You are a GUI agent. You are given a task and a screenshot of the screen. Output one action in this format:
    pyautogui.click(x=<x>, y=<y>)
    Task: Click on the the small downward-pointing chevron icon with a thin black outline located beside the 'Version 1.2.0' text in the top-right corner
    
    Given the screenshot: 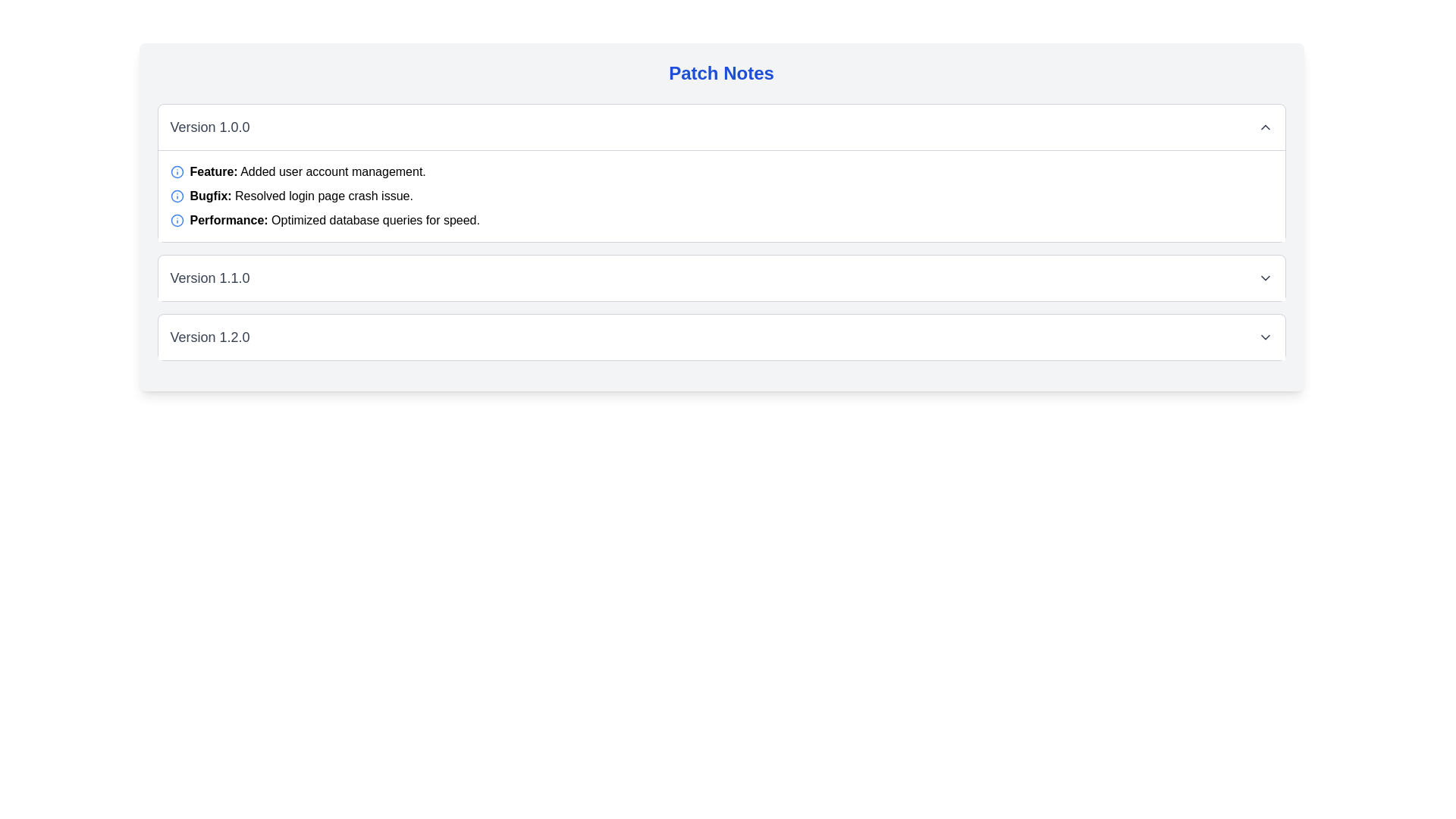 What is the action you would take?
    pyautogui.click(x=1265, y=336)
    